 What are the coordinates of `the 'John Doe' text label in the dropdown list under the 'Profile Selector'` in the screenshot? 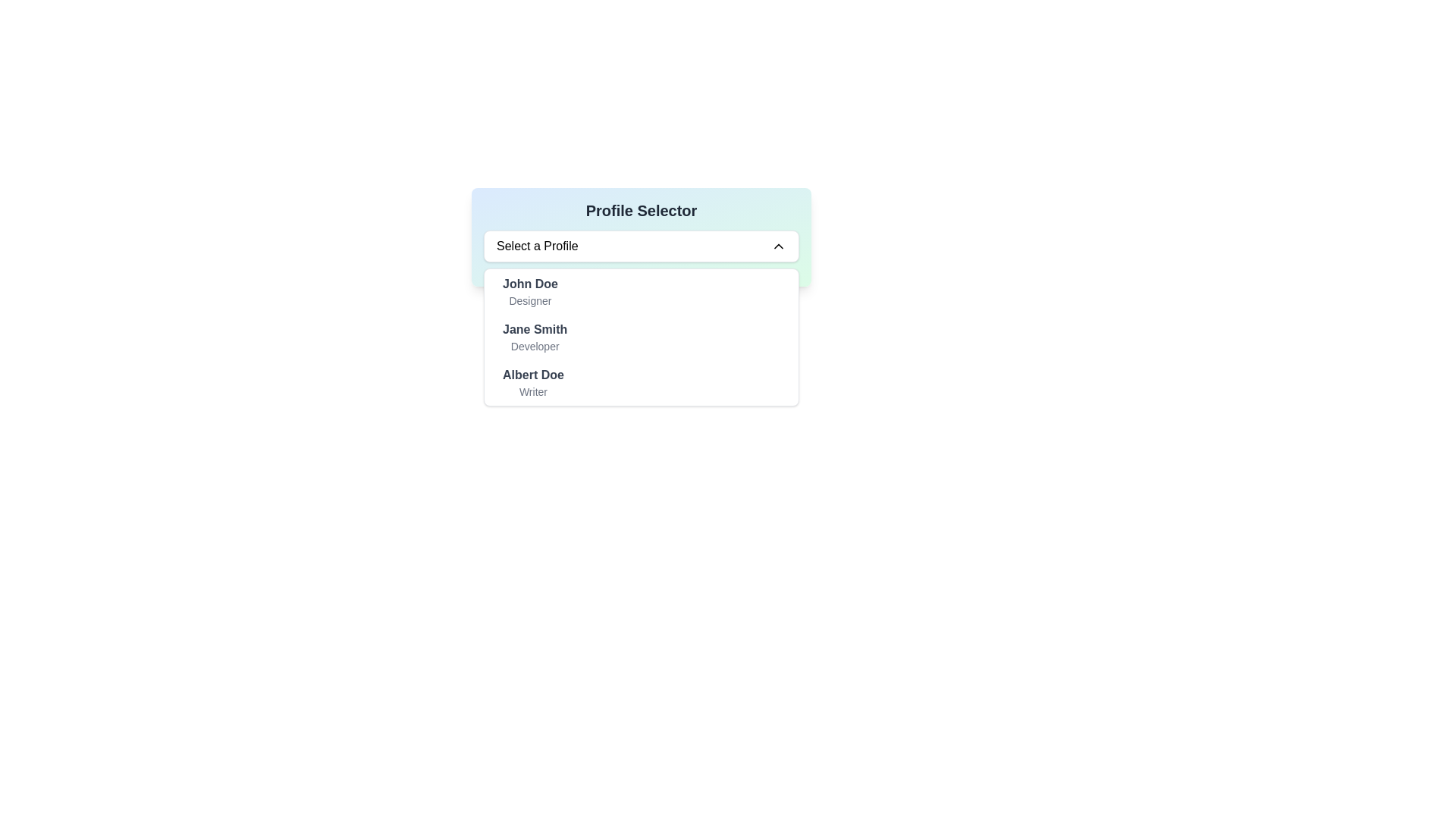 It's located at (530, 284).